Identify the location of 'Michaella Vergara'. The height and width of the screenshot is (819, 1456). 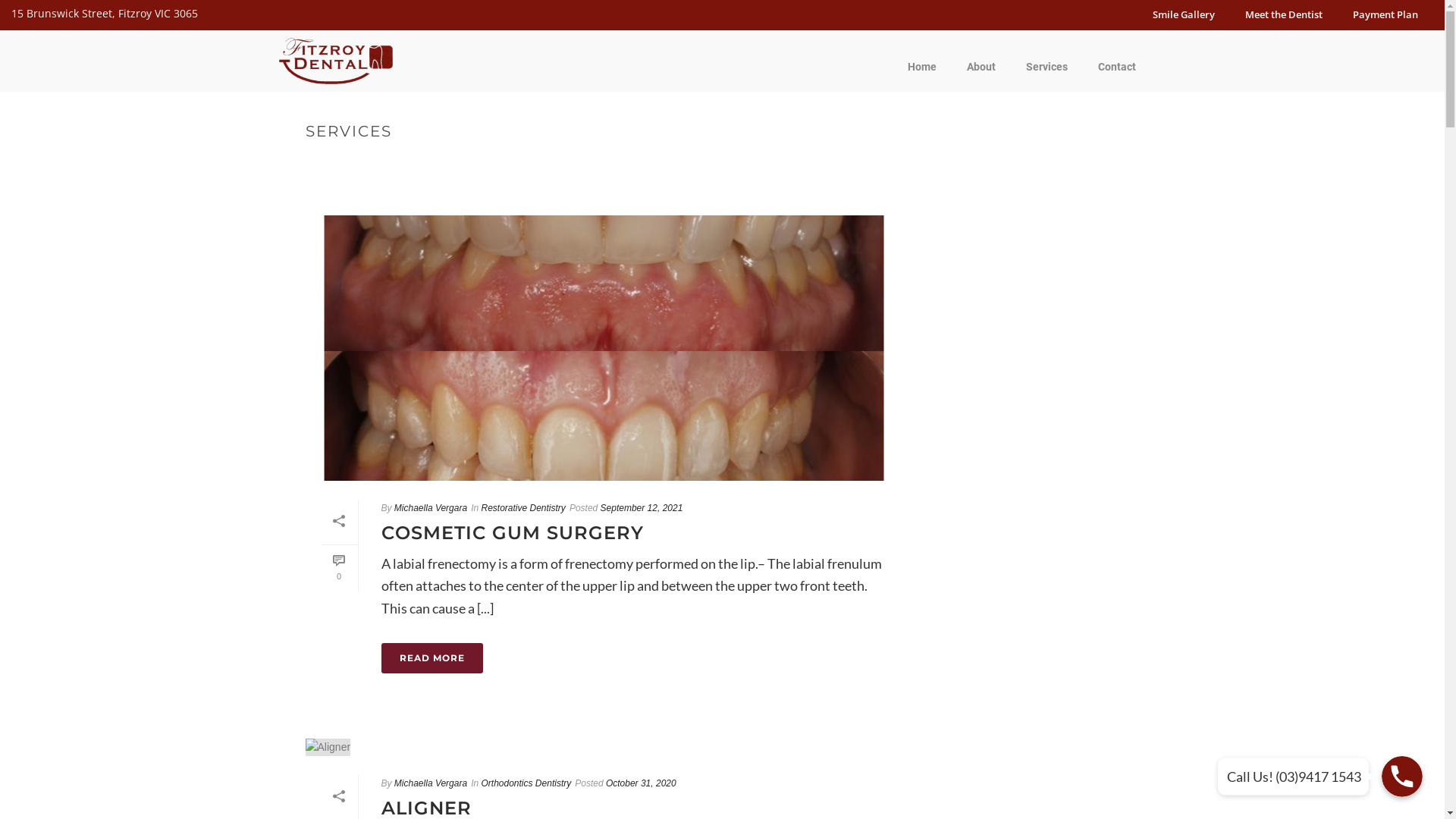
(394, 783).